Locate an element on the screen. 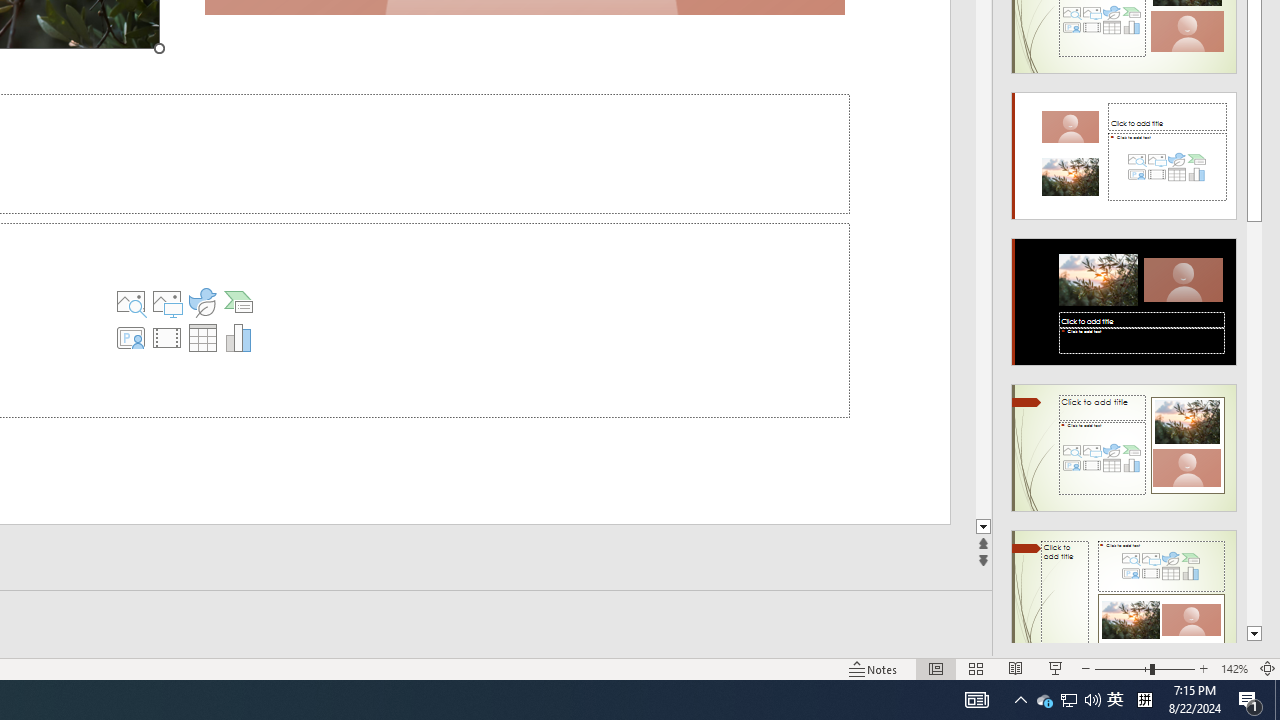 Image resolution: width=1280 pixels, height=720 pixels. 'Insert Cameo' is located at coordinates (130, 337).